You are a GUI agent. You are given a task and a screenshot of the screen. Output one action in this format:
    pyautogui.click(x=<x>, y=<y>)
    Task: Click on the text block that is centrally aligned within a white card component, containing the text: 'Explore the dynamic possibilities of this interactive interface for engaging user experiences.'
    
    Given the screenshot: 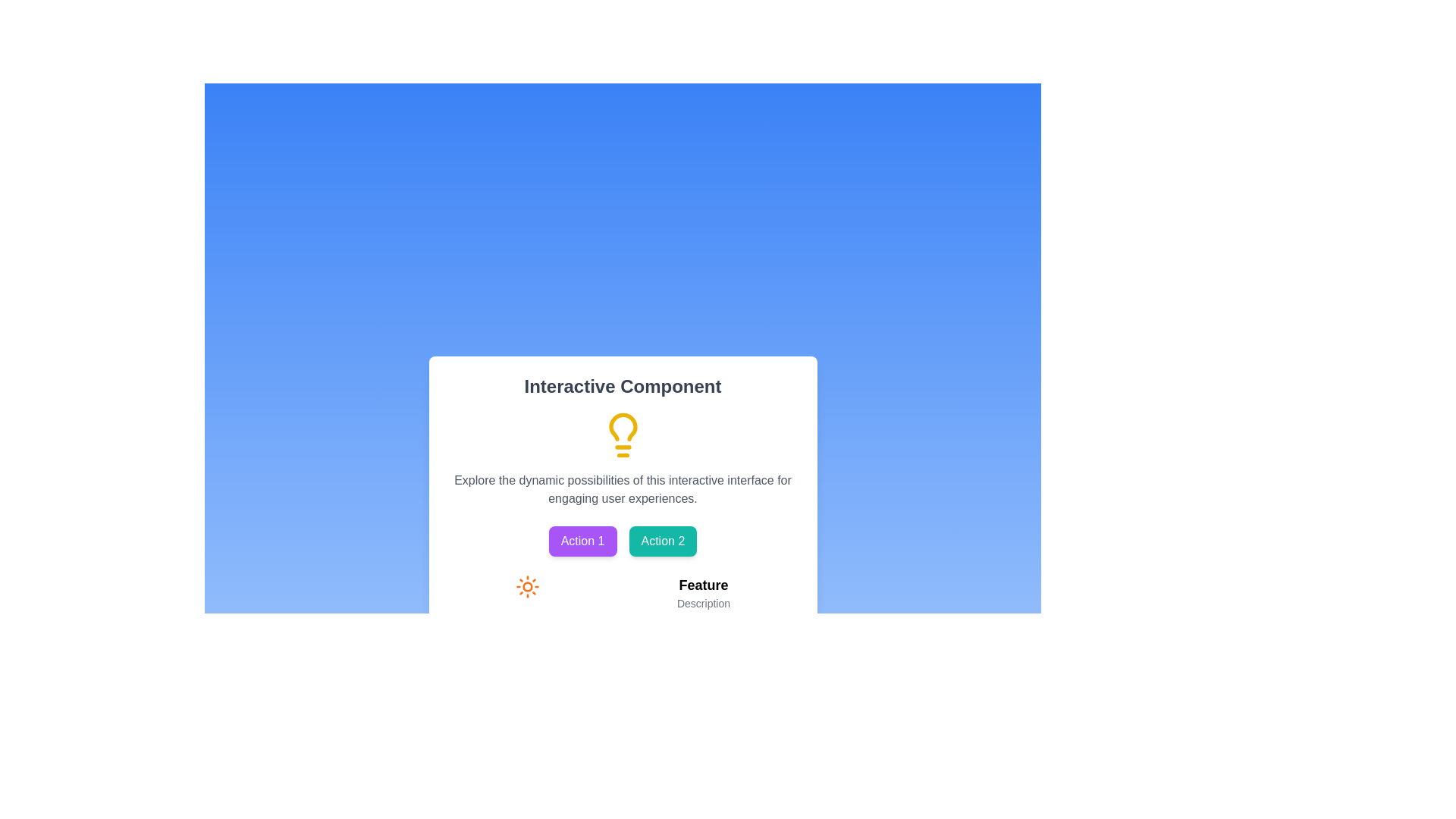 What is the action you would take?
    pyautogui.click(x=623, y=489)
    